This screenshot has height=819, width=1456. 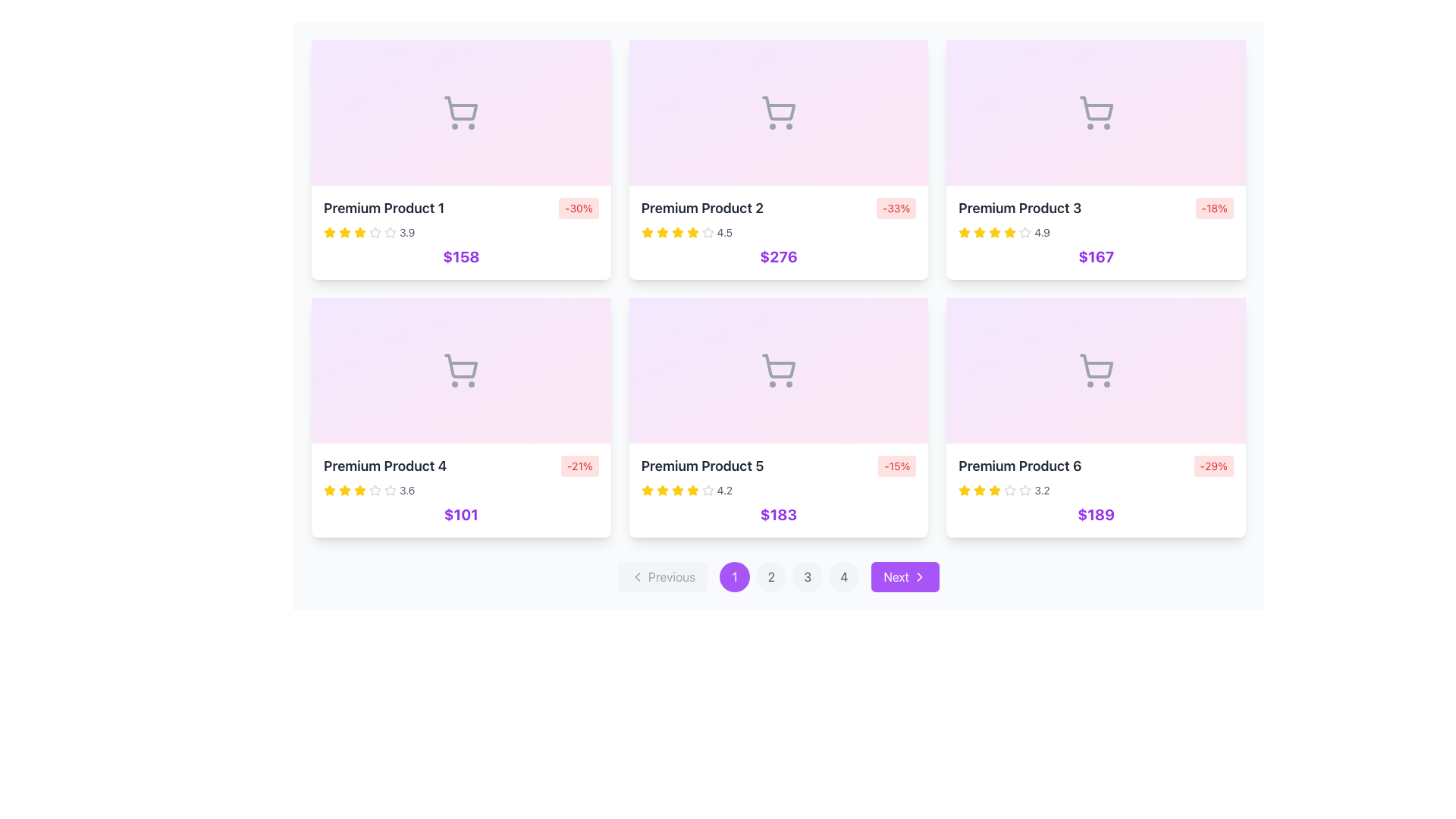 What do you see at coordinates (662, 232) in the screenshot?
I see `the second star icon in the rating display of the Premium Product 2 card, which is styled with a yellow fill and outlined, located at the top center of the grid` at bounding box center [662, 232].